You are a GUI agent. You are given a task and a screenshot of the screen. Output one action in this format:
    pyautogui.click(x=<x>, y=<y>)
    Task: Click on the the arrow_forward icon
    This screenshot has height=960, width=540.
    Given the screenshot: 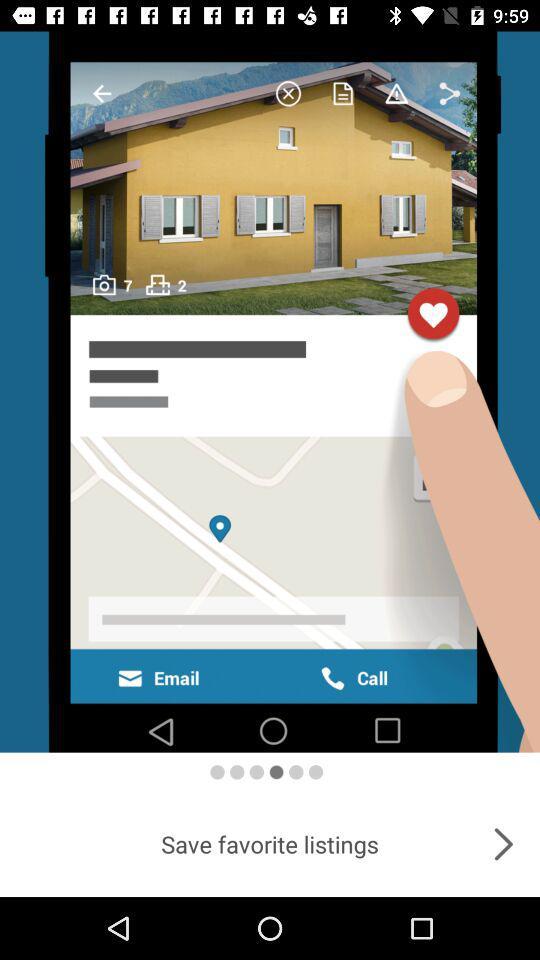 What is the action you would take?
    pyautogui.click(x=502, y=843)
    